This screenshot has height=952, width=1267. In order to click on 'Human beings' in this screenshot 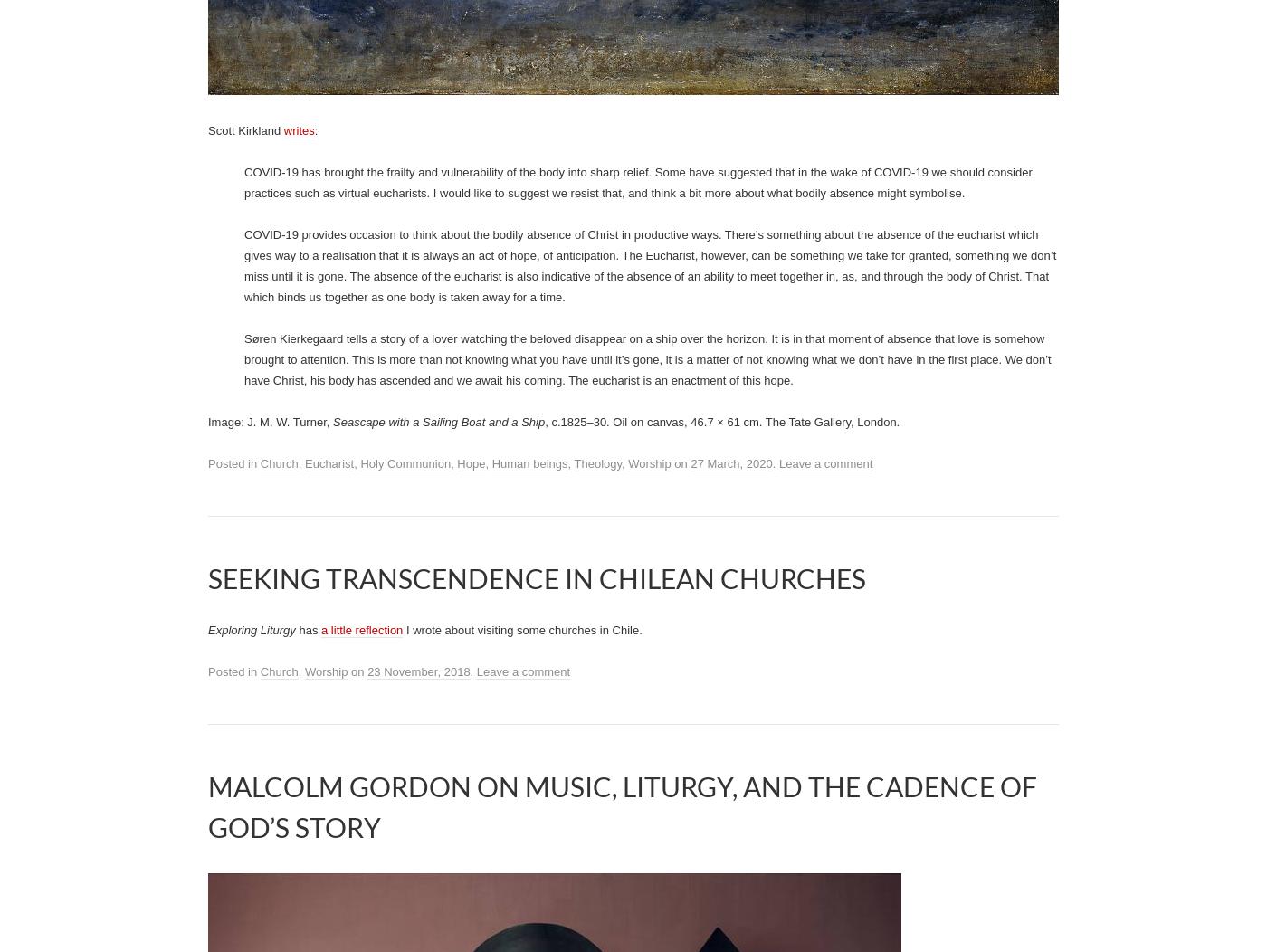, I will do `click(529, 462)`.